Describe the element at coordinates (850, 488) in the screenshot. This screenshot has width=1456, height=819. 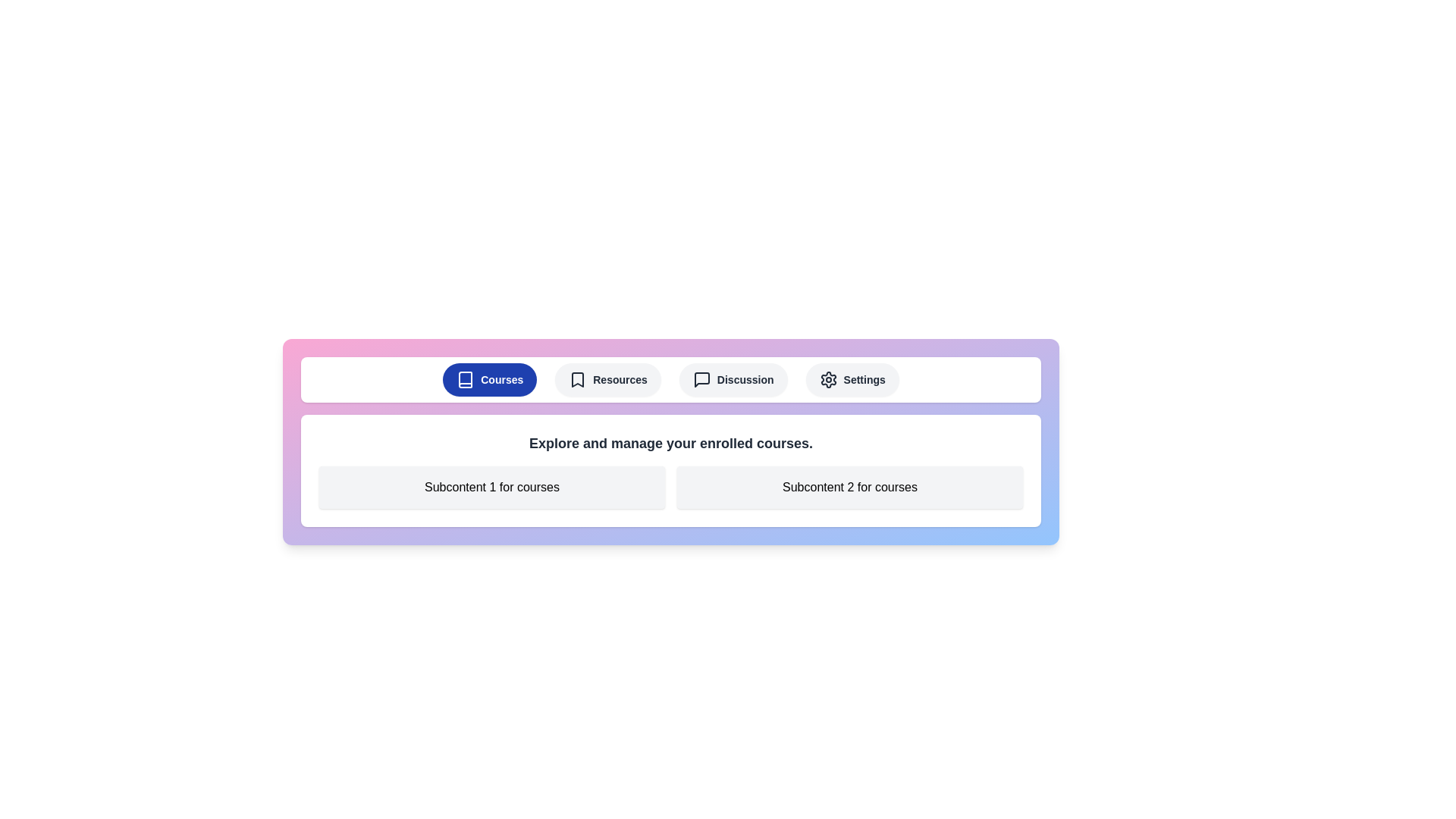
I see `the static display box located in the bottom portion of the interface, which is the second element in a grid layout, to change its background color` at that location.